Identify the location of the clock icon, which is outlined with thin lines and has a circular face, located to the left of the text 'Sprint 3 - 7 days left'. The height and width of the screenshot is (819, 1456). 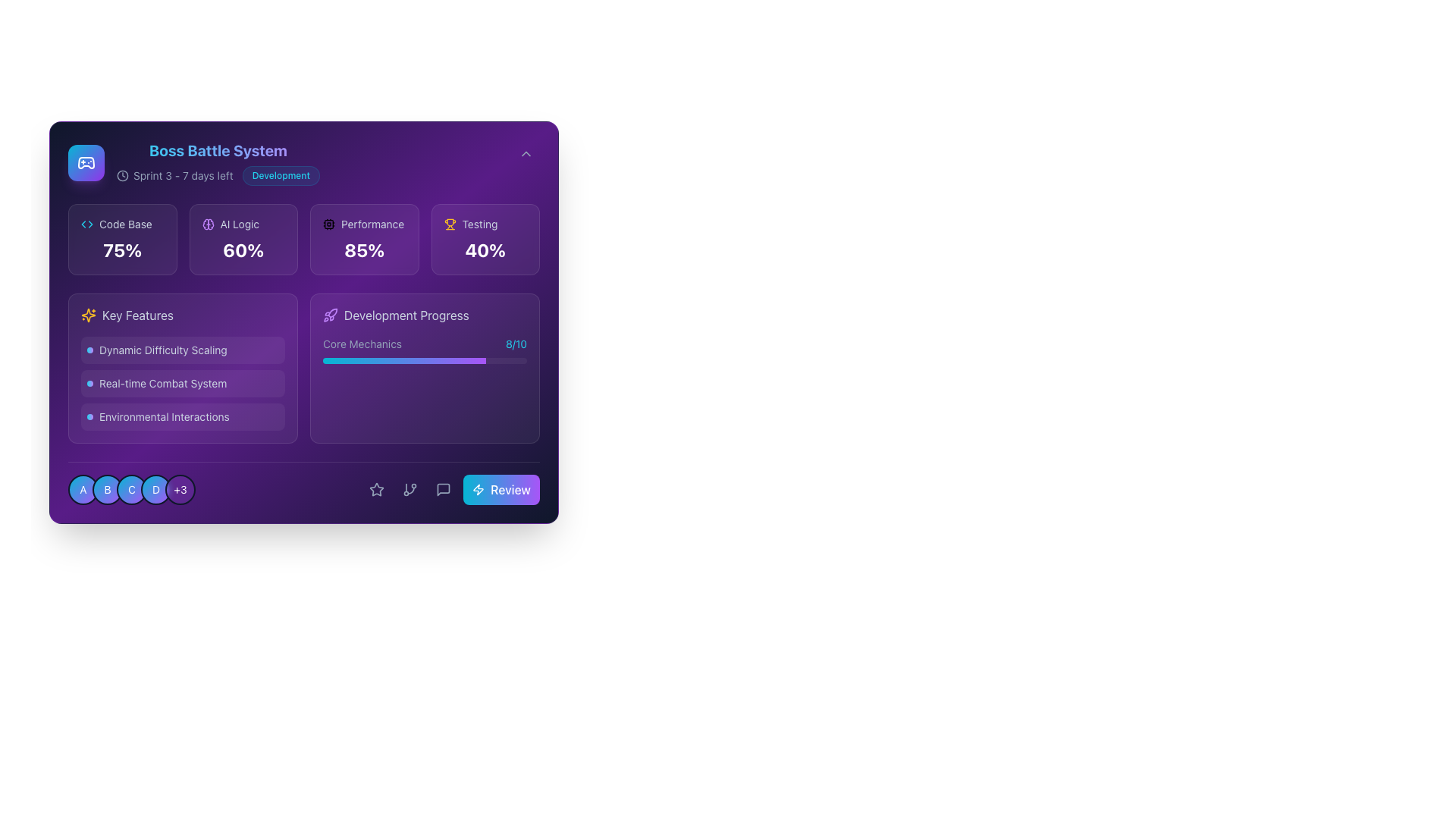
(123, 174).